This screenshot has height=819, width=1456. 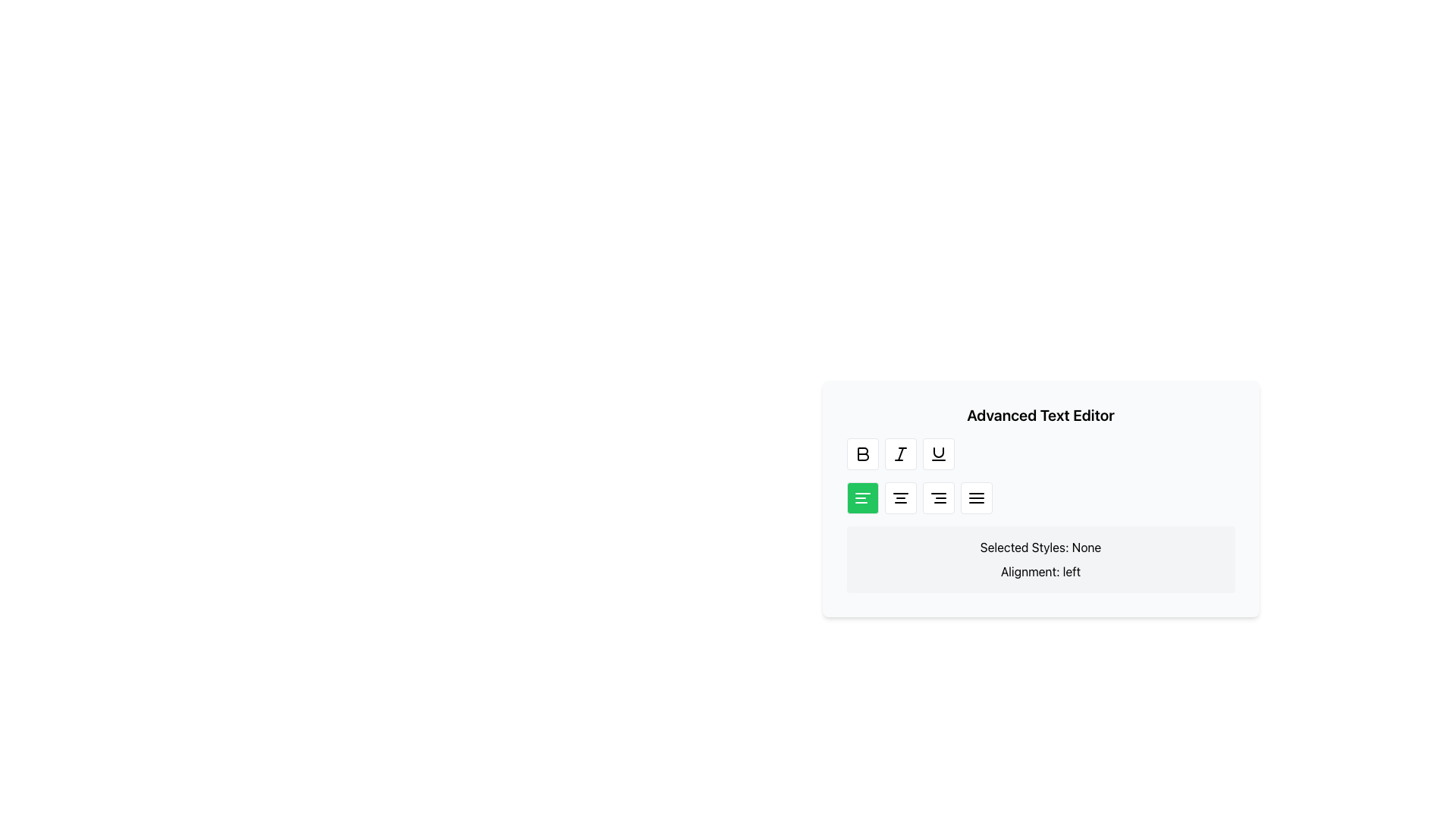 What do you see at coordinates (937, 453) in the screenshot?
I see `the underline button, which is the third button in the button toolbar of the 'Advanced Text Editor', to apply underline styling to the selected text` at bounding box center [937, 453].